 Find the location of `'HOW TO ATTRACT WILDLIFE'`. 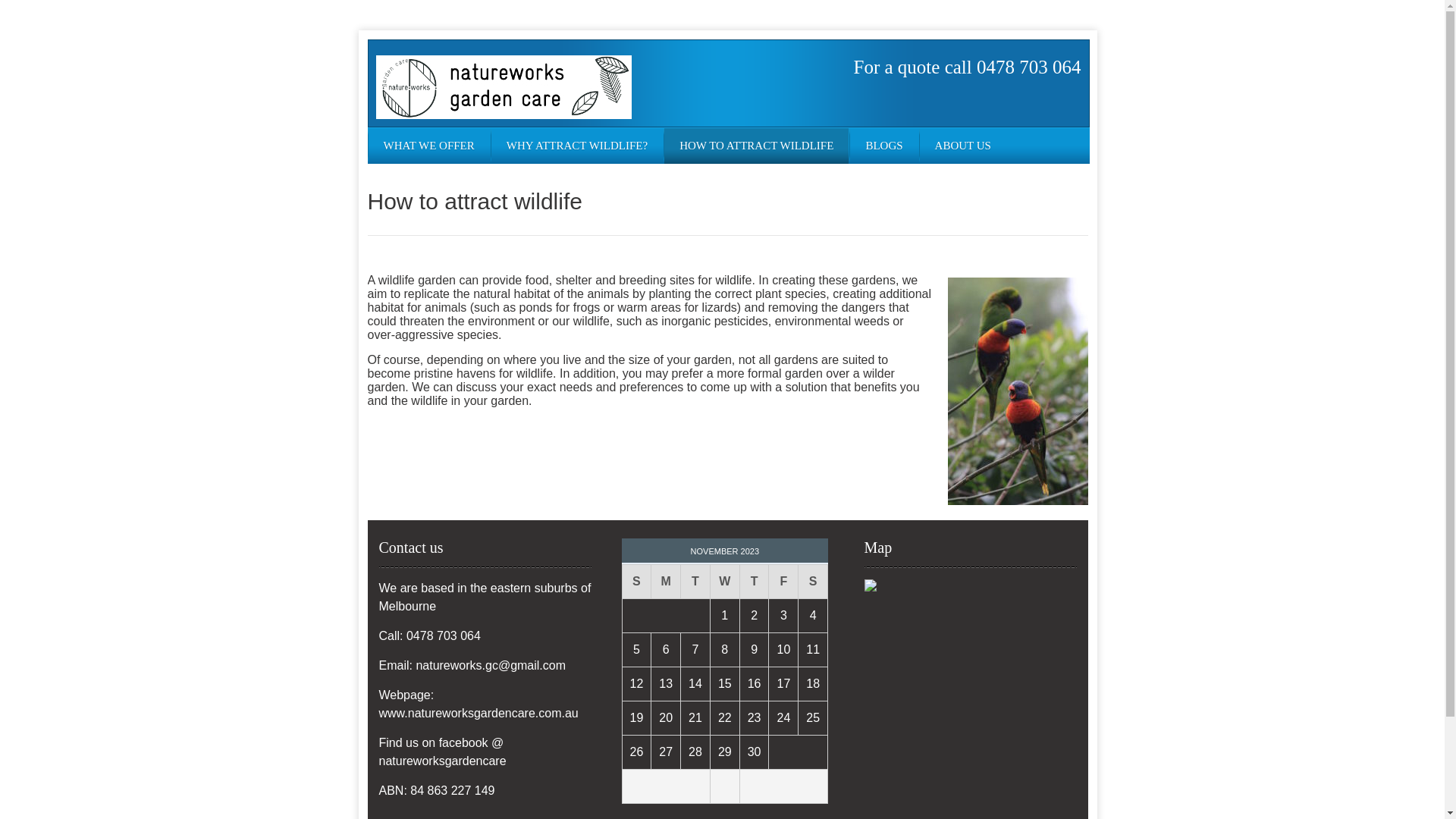

'HOW TO ATTRACT WILDLIFE' is located at coordinates (756, 146).